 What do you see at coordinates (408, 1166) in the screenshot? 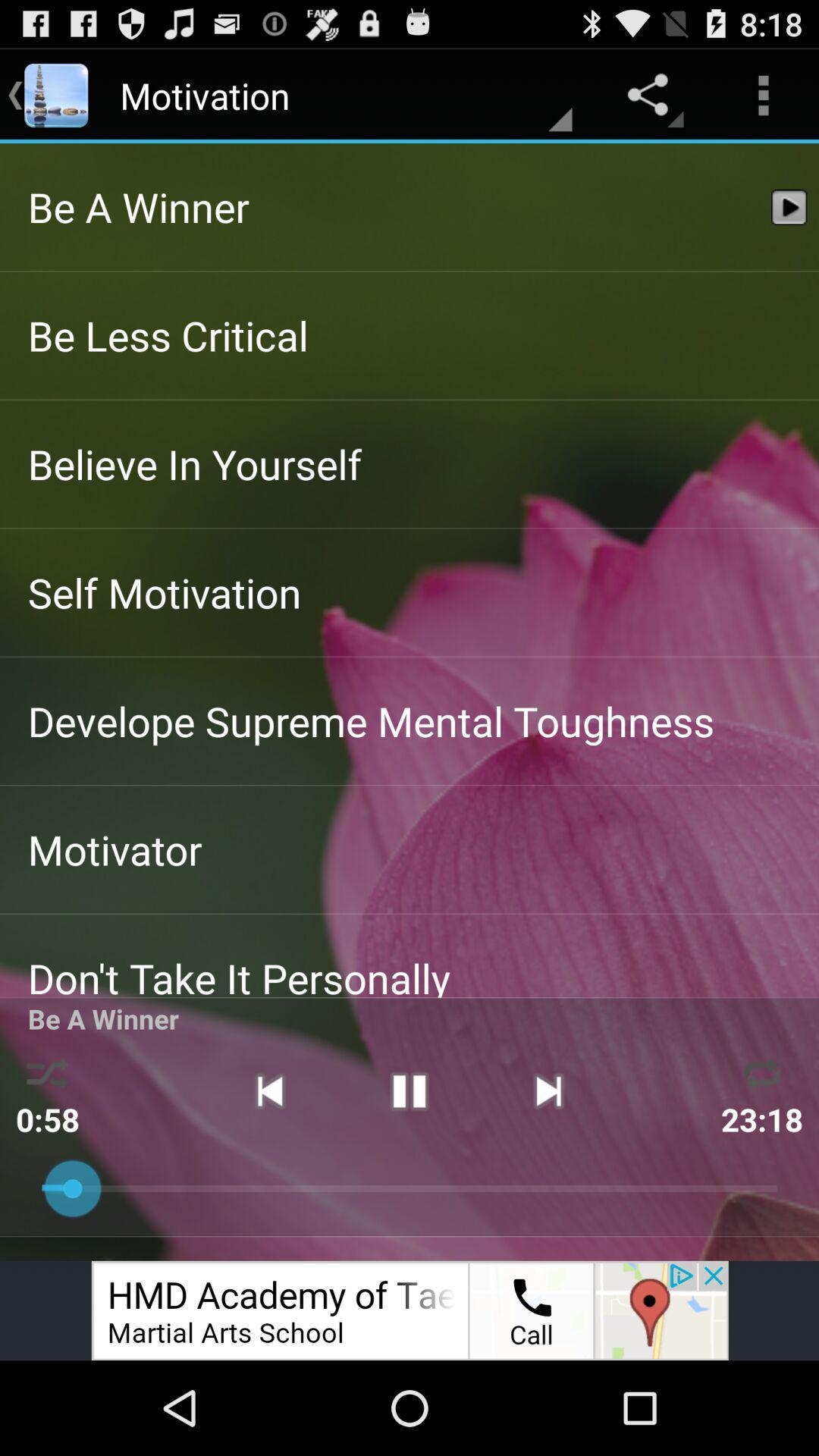
I see `the pause icon` at bounding box center [408, 1166].